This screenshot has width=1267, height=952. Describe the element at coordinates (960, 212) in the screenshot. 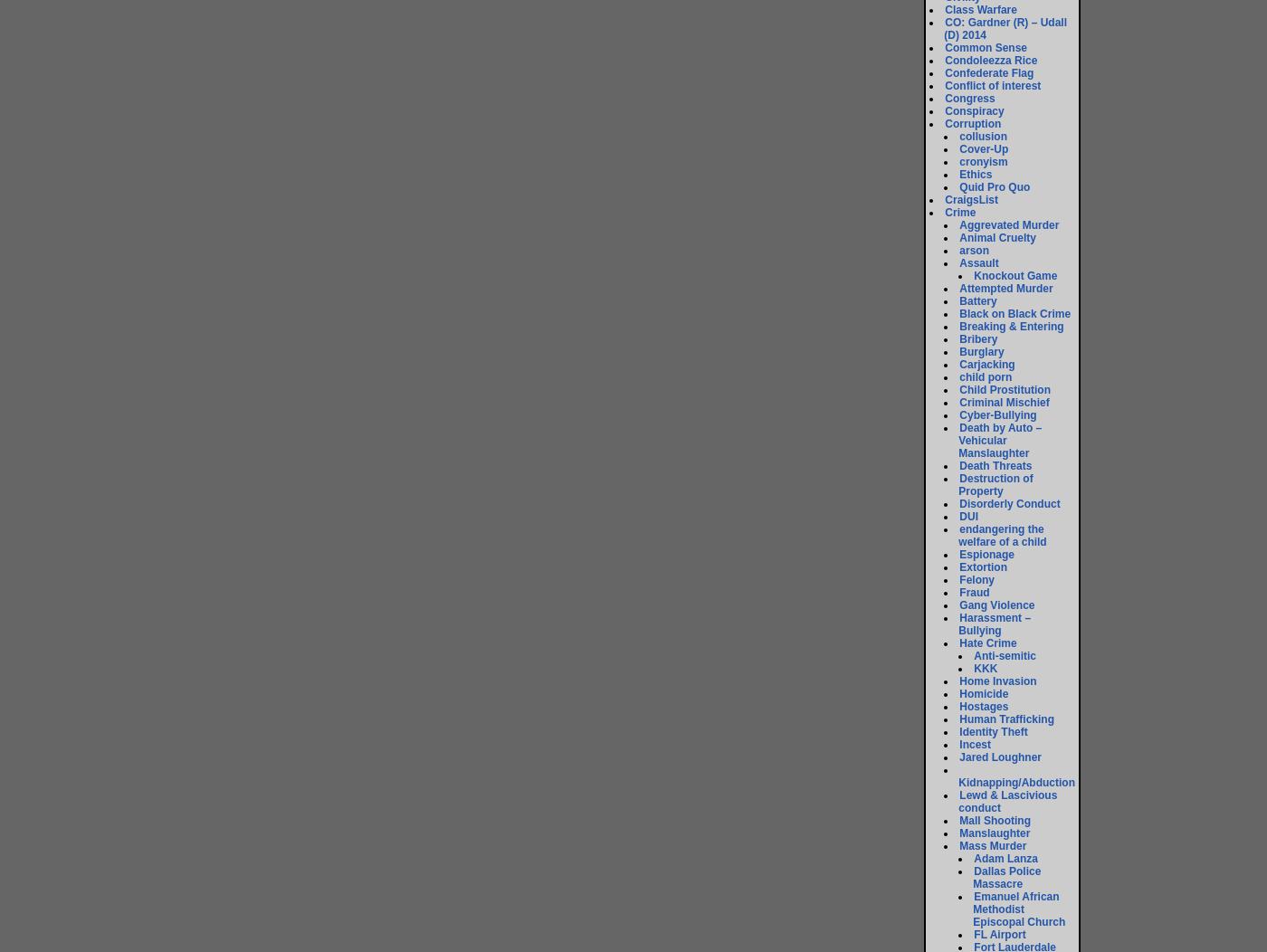

I see `'Crime'` at that location.